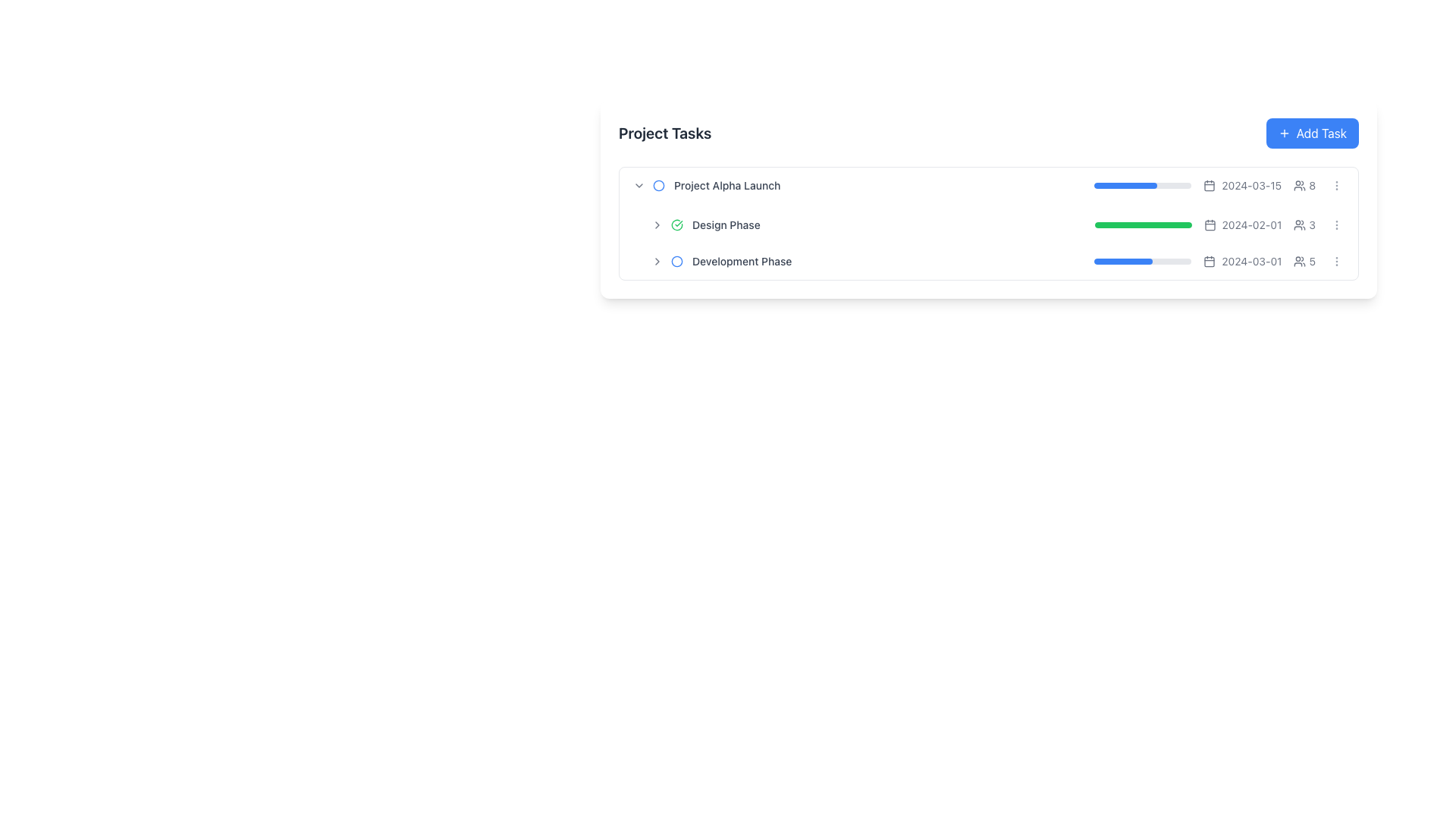 This screenshot has height=819, width=1456. I want to click on the status of the circular, hollow icon with a blue stroke located to the left of the 'Development Phase' text, so click(676, 260).